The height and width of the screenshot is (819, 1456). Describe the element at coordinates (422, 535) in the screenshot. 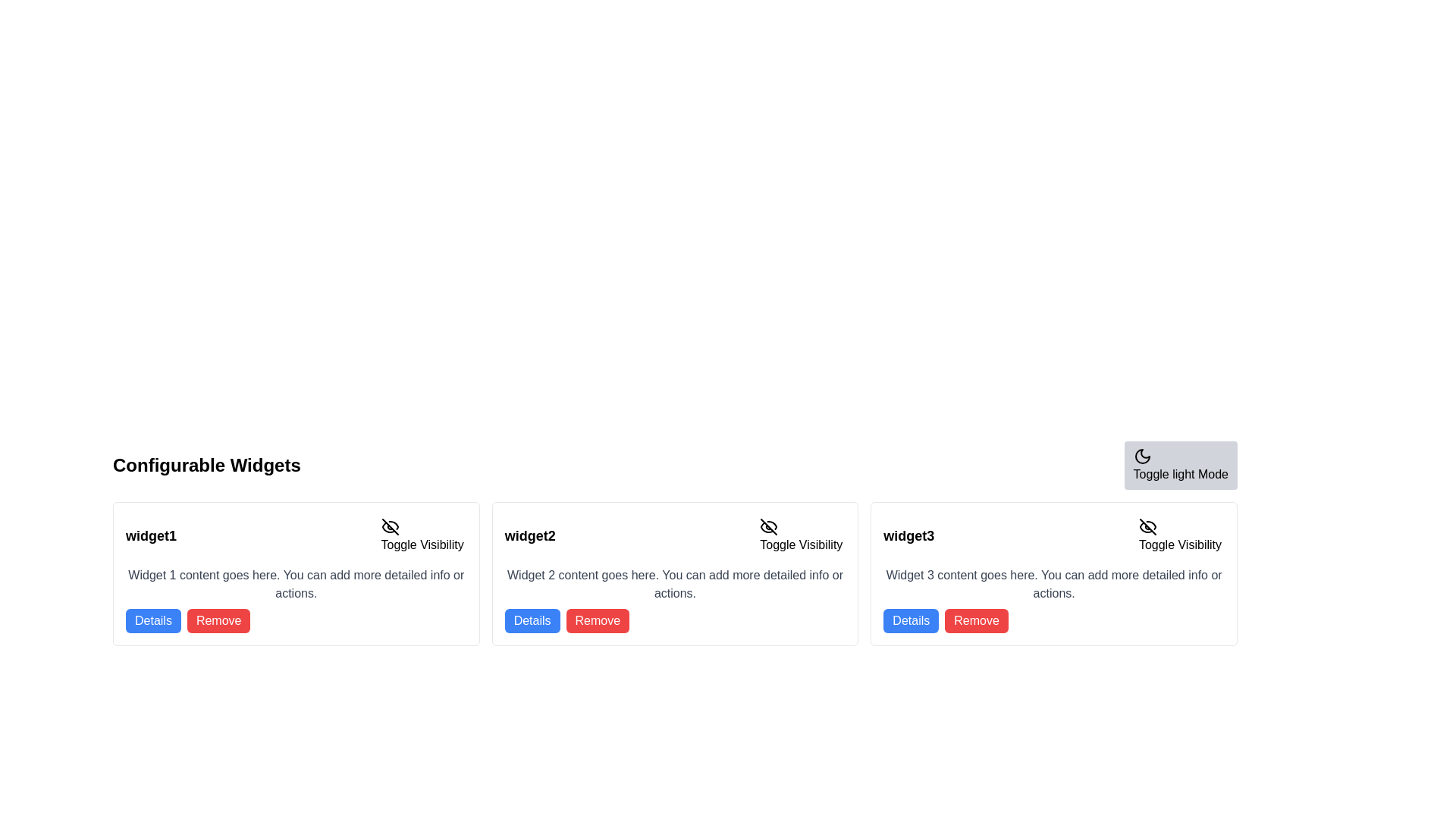

I see `the interactive button with an icon and text below the header 'Configurable Widgets' in the right section of the widget block titled 'widget1'` at that location.